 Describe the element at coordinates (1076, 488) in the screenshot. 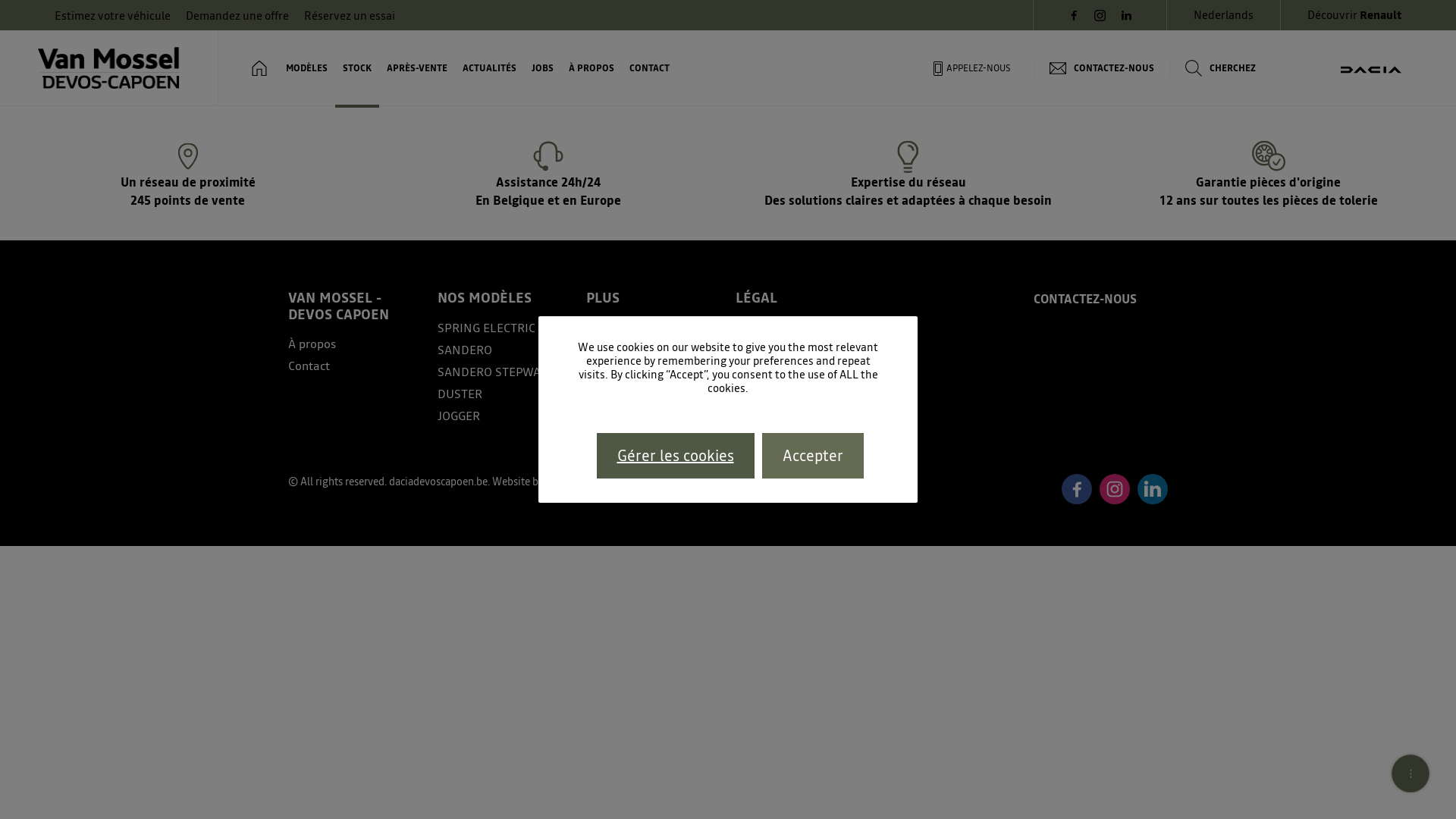

I see `'Facebook'` at that location.